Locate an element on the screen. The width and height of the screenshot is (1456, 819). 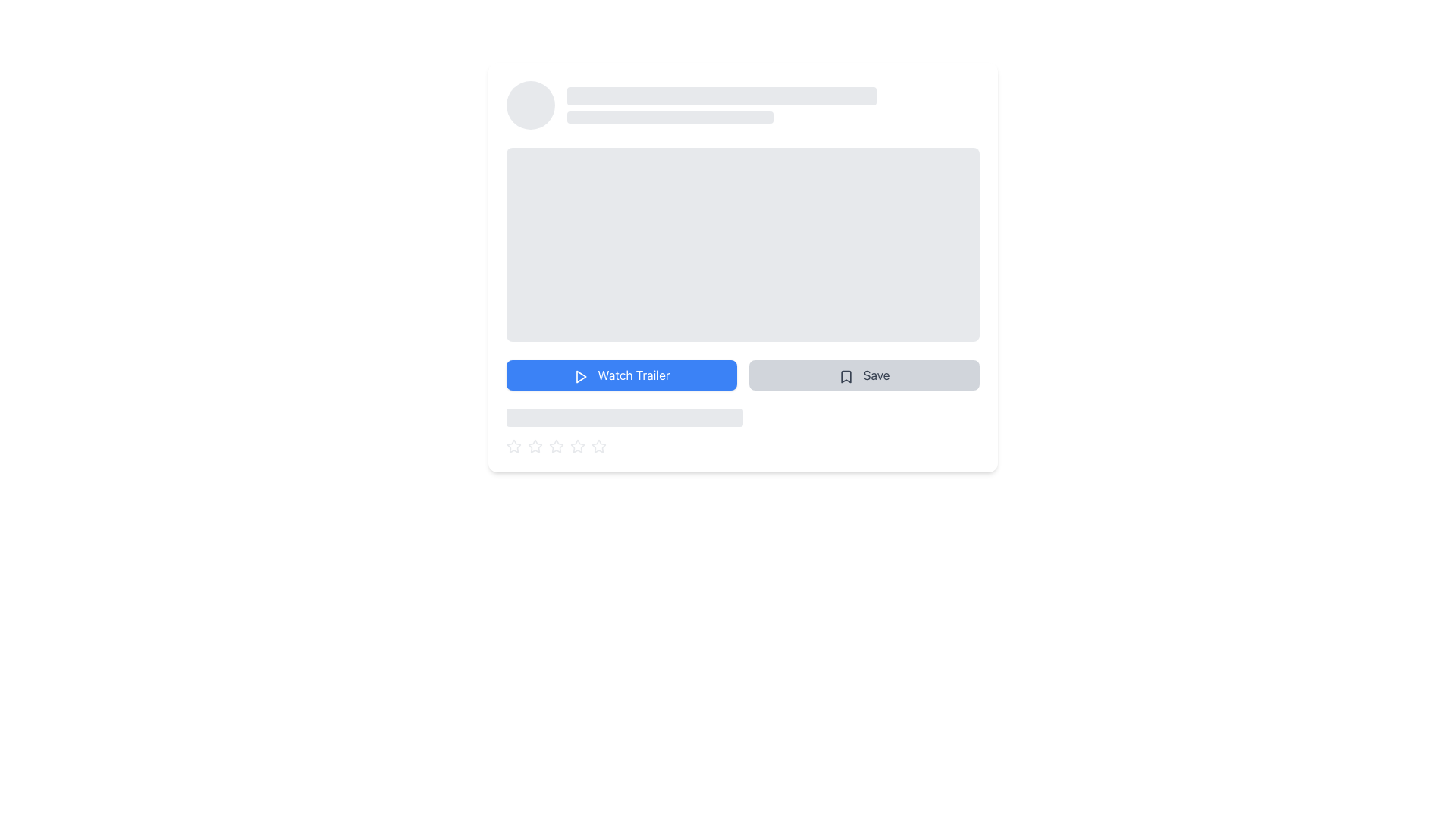
the SVG Icon located to the far left inside the 'Save' button is located at coordinates (846, 375).